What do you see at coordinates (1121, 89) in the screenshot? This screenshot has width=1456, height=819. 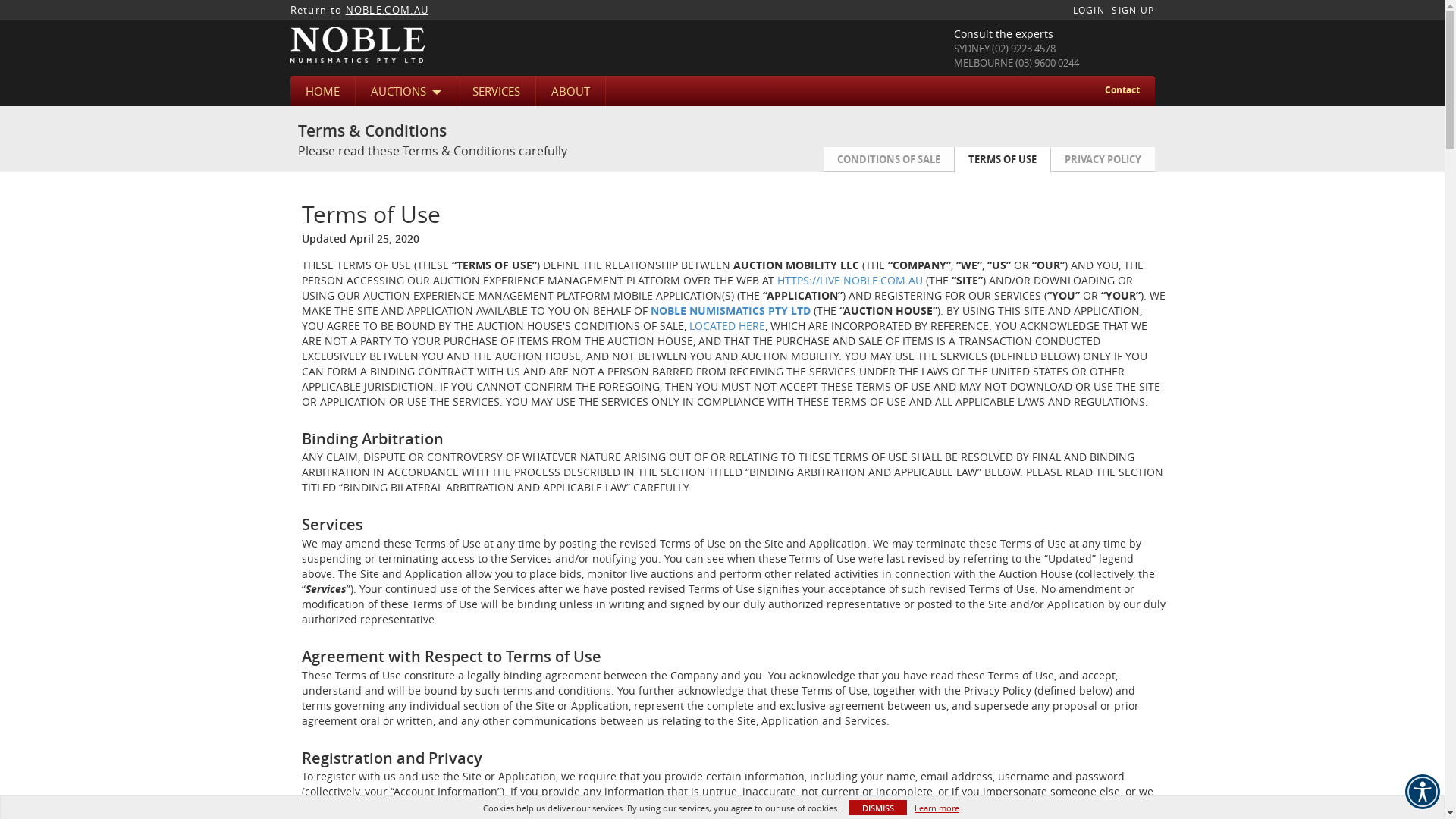 I see `'Contact'` at bounding box center [1121, 89].